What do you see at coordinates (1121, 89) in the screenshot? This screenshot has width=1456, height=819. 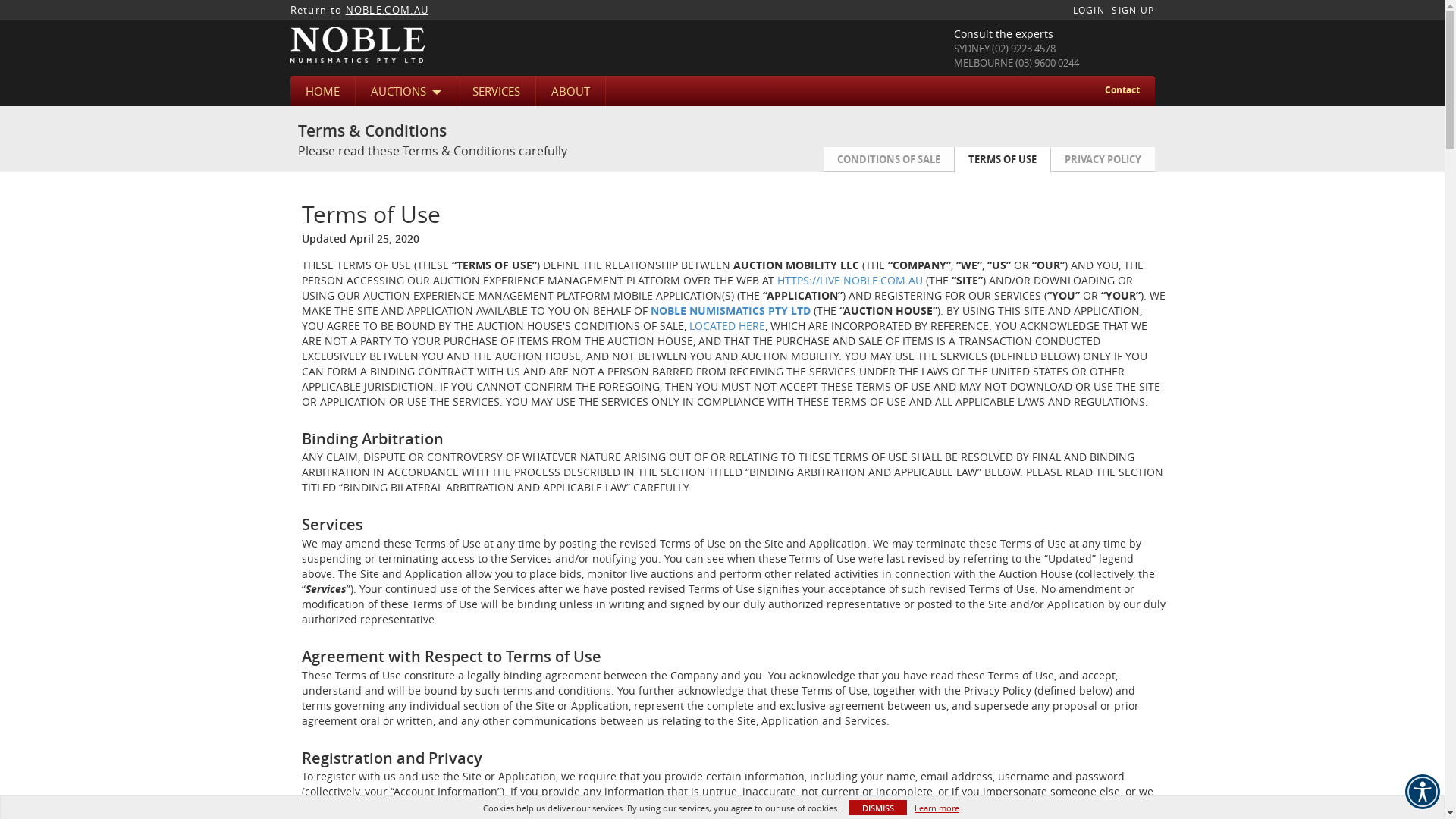 I see `'Contact'` at bounding box center [1121, 89].